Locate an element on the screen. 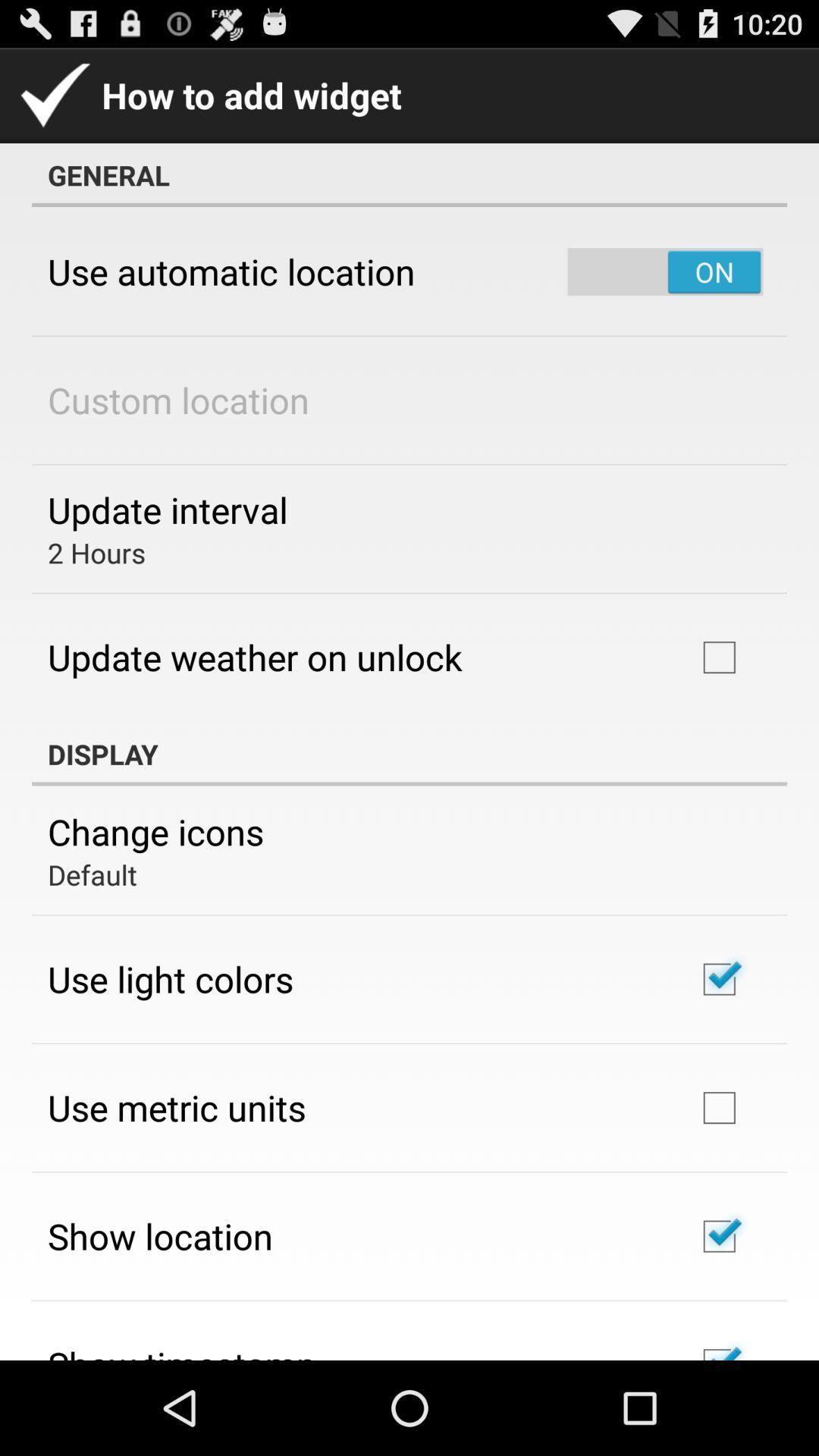 The width and height of the screenshot is (819, 1456). app below general app is located at coordinates (231, 271).